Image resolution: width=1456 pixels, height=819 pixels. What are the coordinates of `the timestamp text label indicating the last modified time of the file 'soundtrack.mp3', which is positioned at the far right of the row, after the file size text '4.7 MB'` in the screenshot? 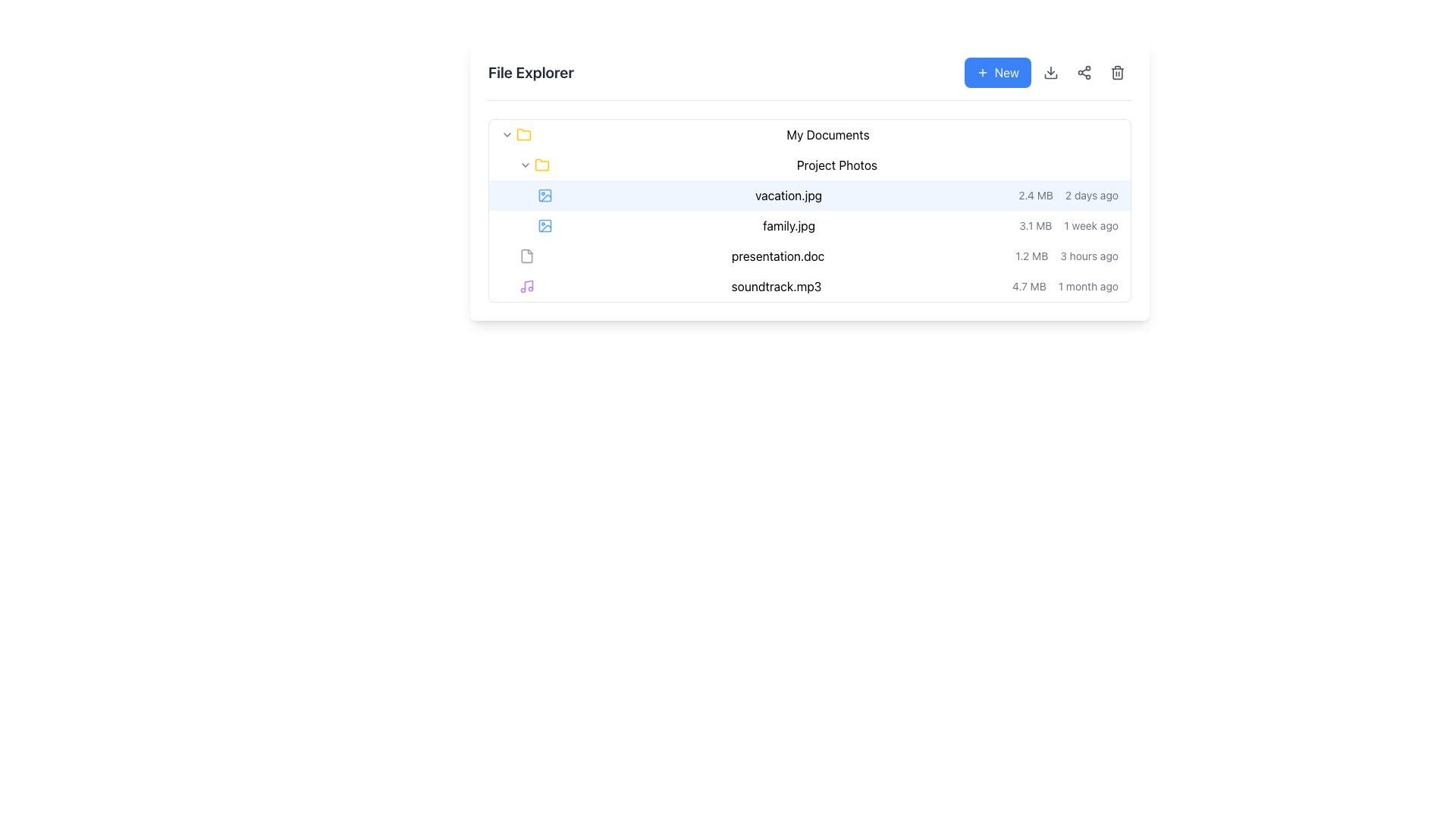 It's located at (1087, 287).